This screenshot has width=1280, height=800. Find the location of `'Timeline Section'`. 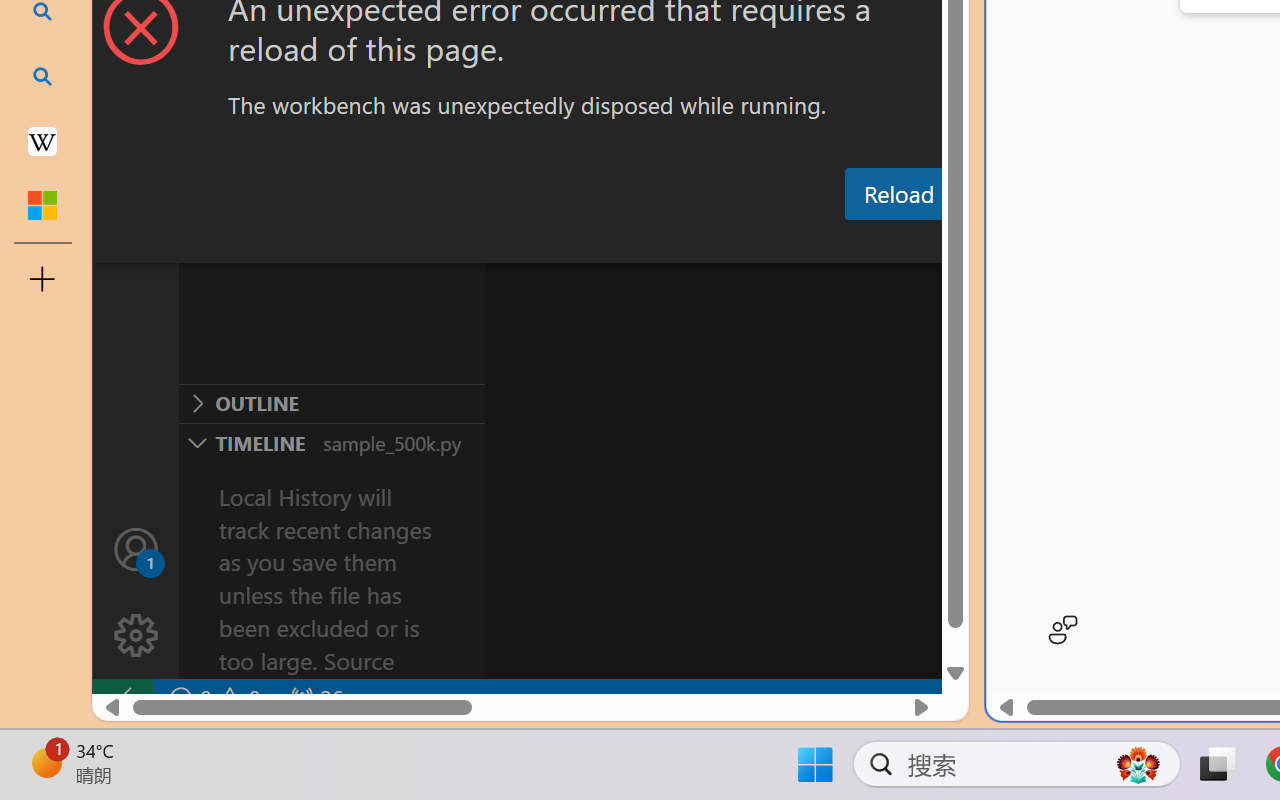

'Timeline Section' is located at coordinates (331, 441).